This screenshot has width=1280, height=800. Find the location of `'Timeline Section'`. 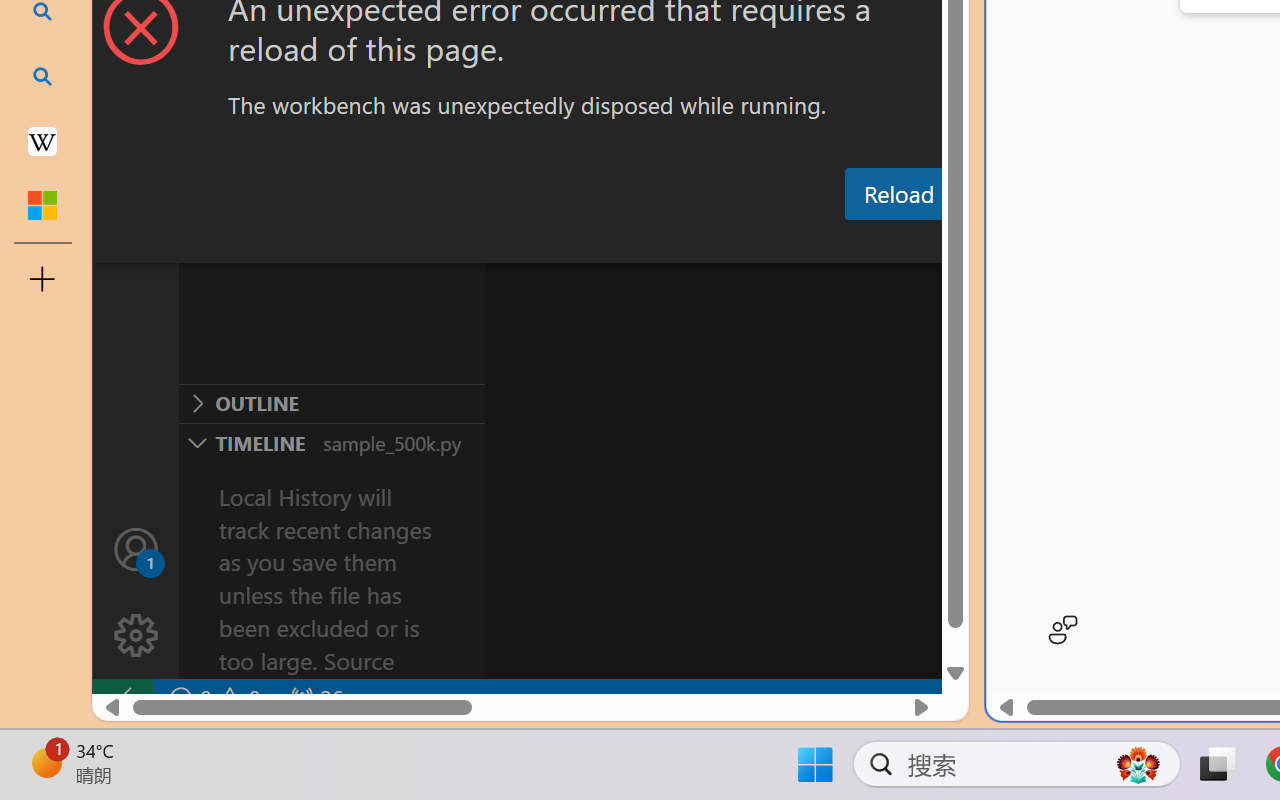

'Timeline Section' is located at coordinates (331, 441).